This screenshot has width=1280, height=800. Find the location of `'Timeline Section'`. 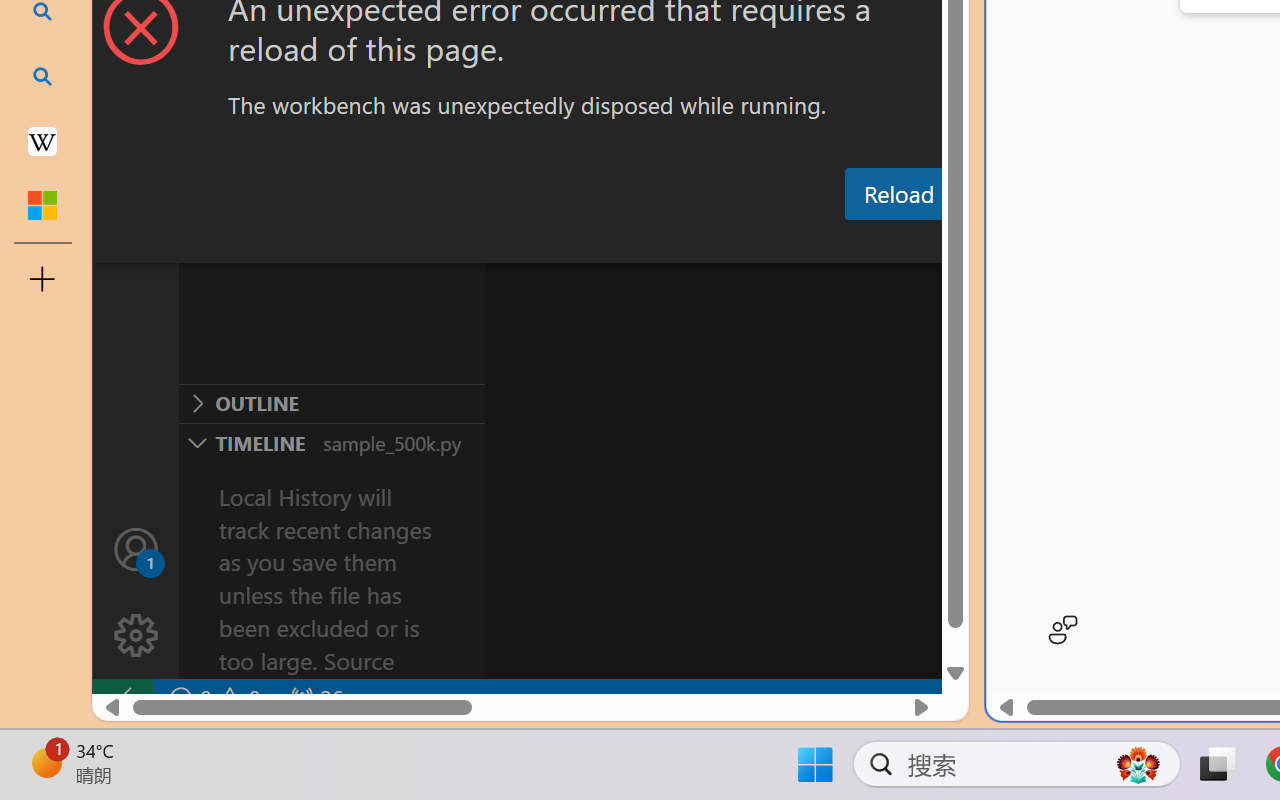

'Timeline Section' is located at coordinates (331, 441).